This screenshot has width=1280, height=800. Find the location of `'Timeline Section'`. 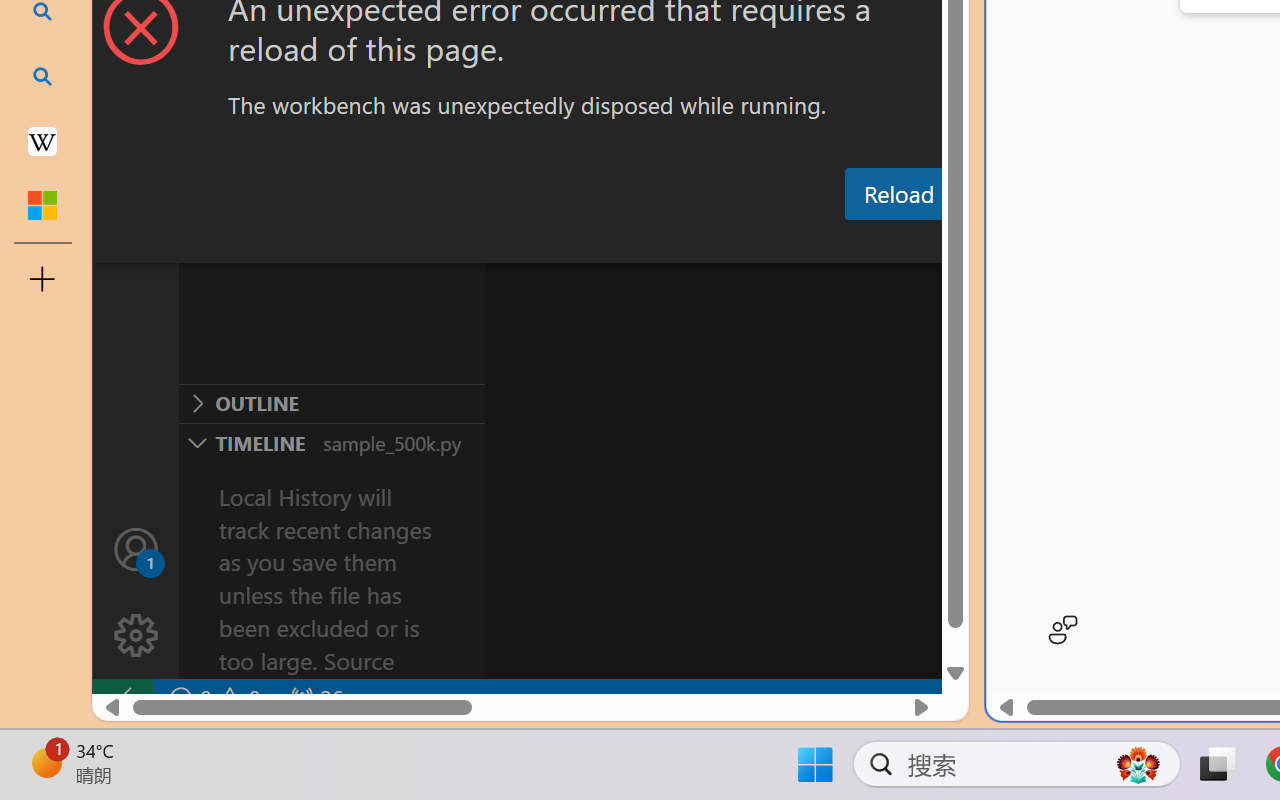

'Timeline Section' is located at coordinates (331, 441).